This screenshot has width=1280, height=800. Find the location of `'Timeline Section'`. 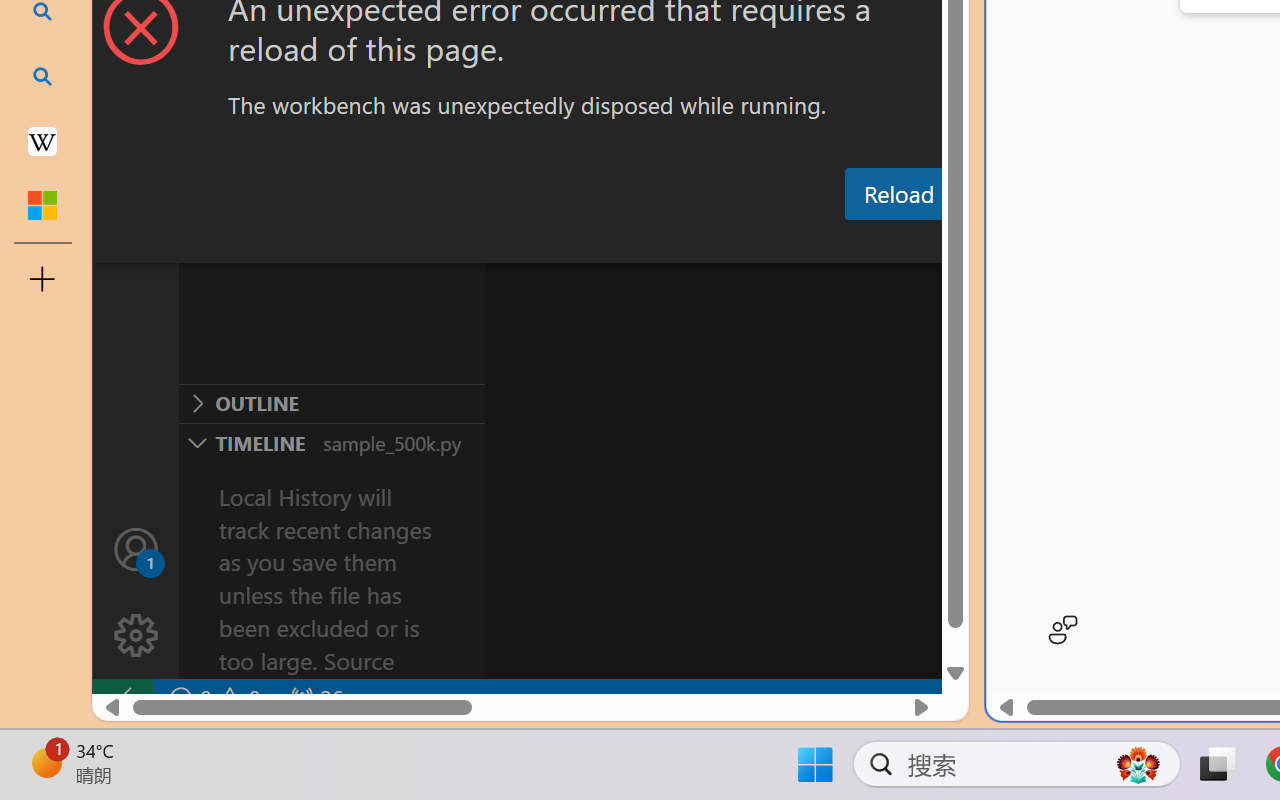

'Timeline Section' is located at coordinates (331, 441).